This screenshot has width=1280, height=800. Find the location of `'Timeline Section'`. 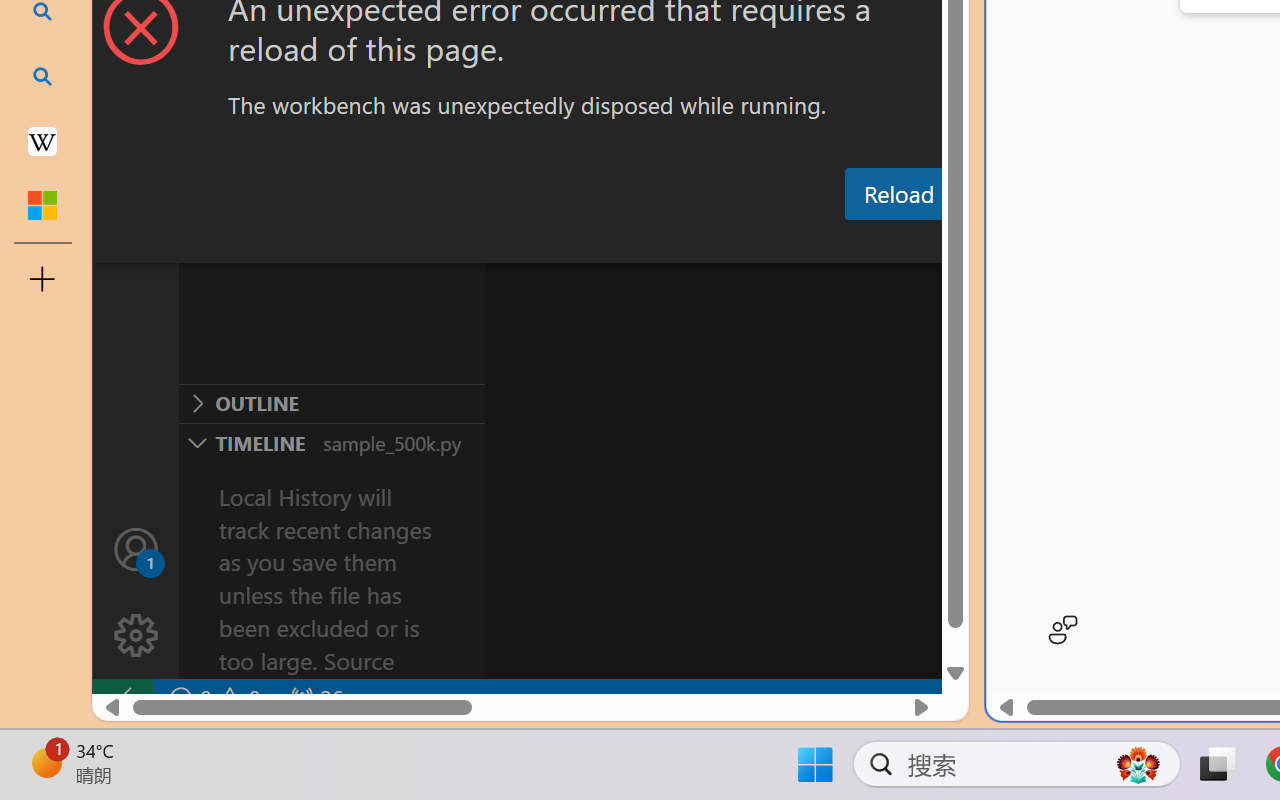

'Timeline Section' is located at coordinates (331, 441).